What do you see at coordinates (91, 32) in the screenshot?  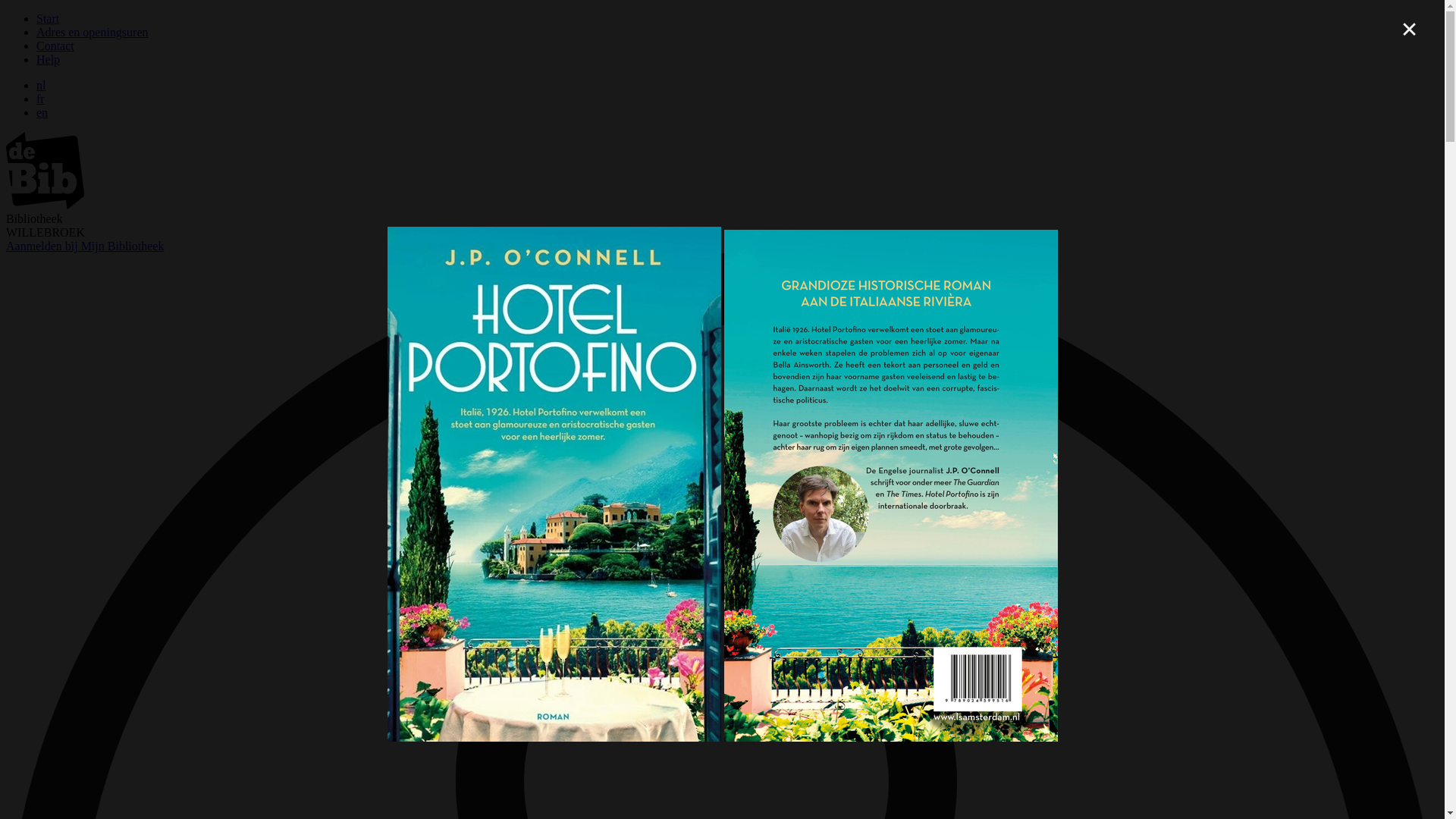 I see `'Adres en openingsuren'` at bounding box center [91, 32].